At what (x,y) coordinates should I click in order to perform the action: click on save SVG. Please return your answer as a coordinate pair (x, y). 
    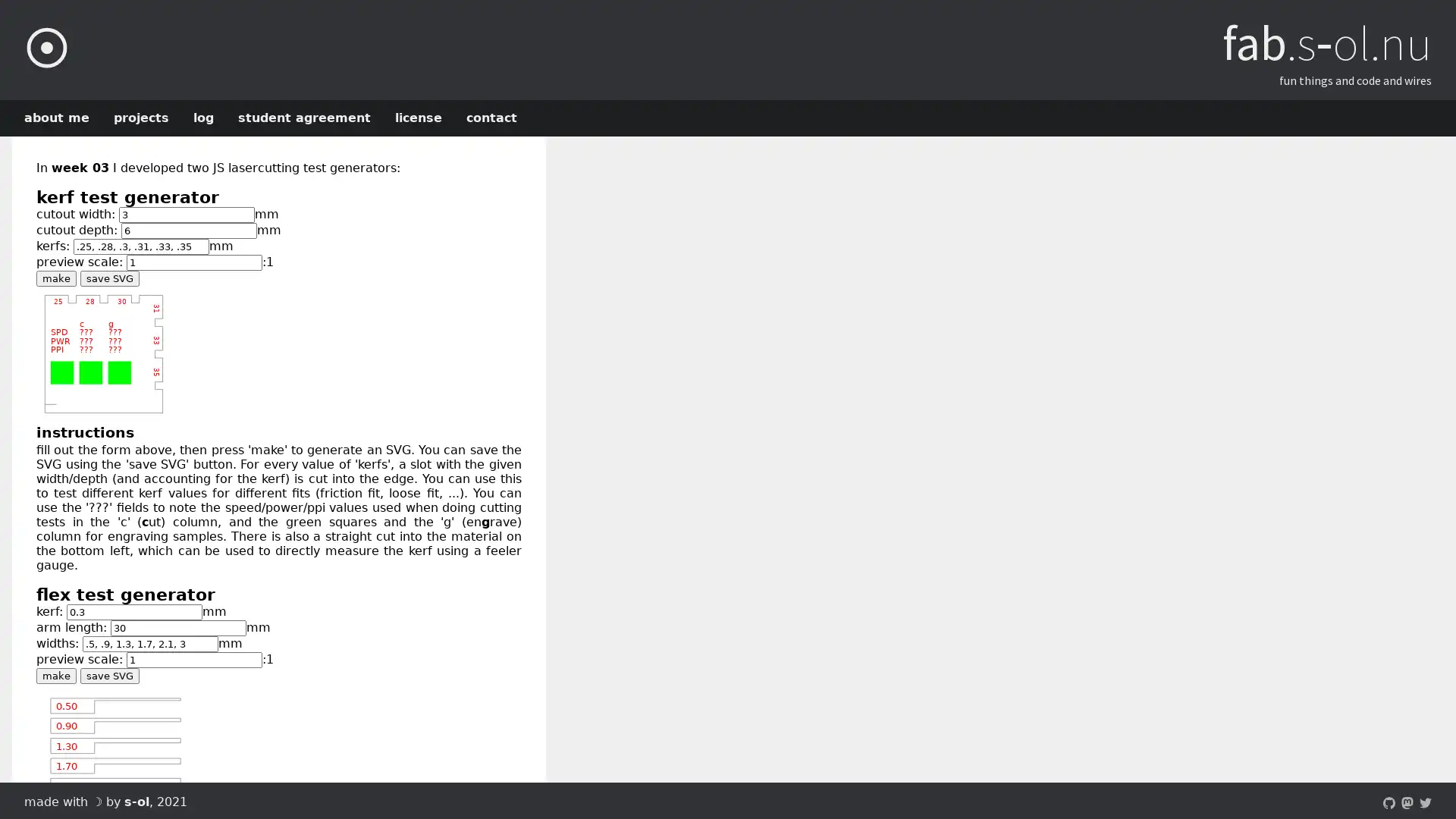
    Looking at the image, I should click on (108, 674).